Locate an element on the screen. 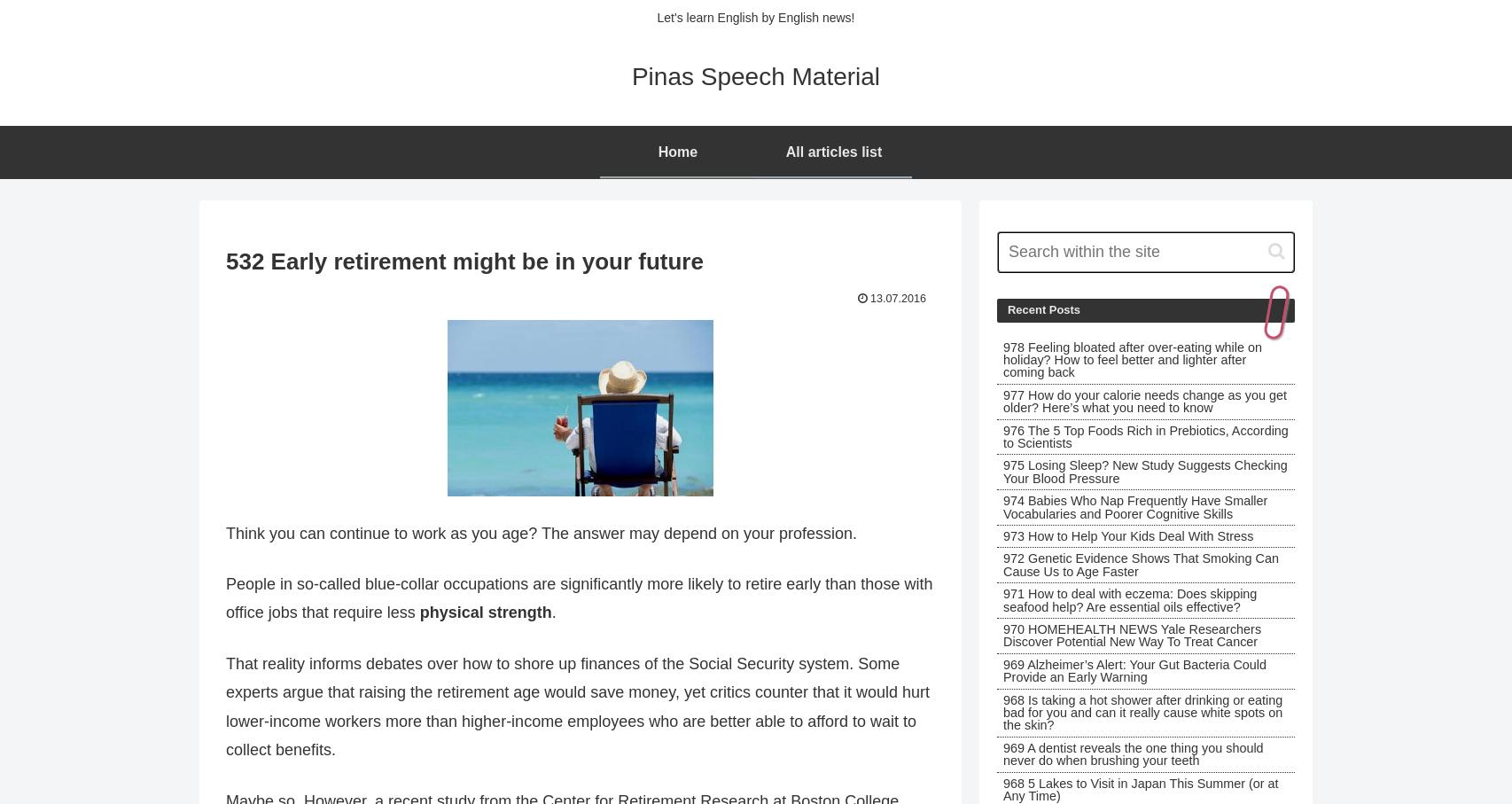 This screenshot has width=1512, height=804. '972 Genetic Evidence Shows That Smoking Can Cause Us to Age Faster' is located at coordinates (1140, 564).